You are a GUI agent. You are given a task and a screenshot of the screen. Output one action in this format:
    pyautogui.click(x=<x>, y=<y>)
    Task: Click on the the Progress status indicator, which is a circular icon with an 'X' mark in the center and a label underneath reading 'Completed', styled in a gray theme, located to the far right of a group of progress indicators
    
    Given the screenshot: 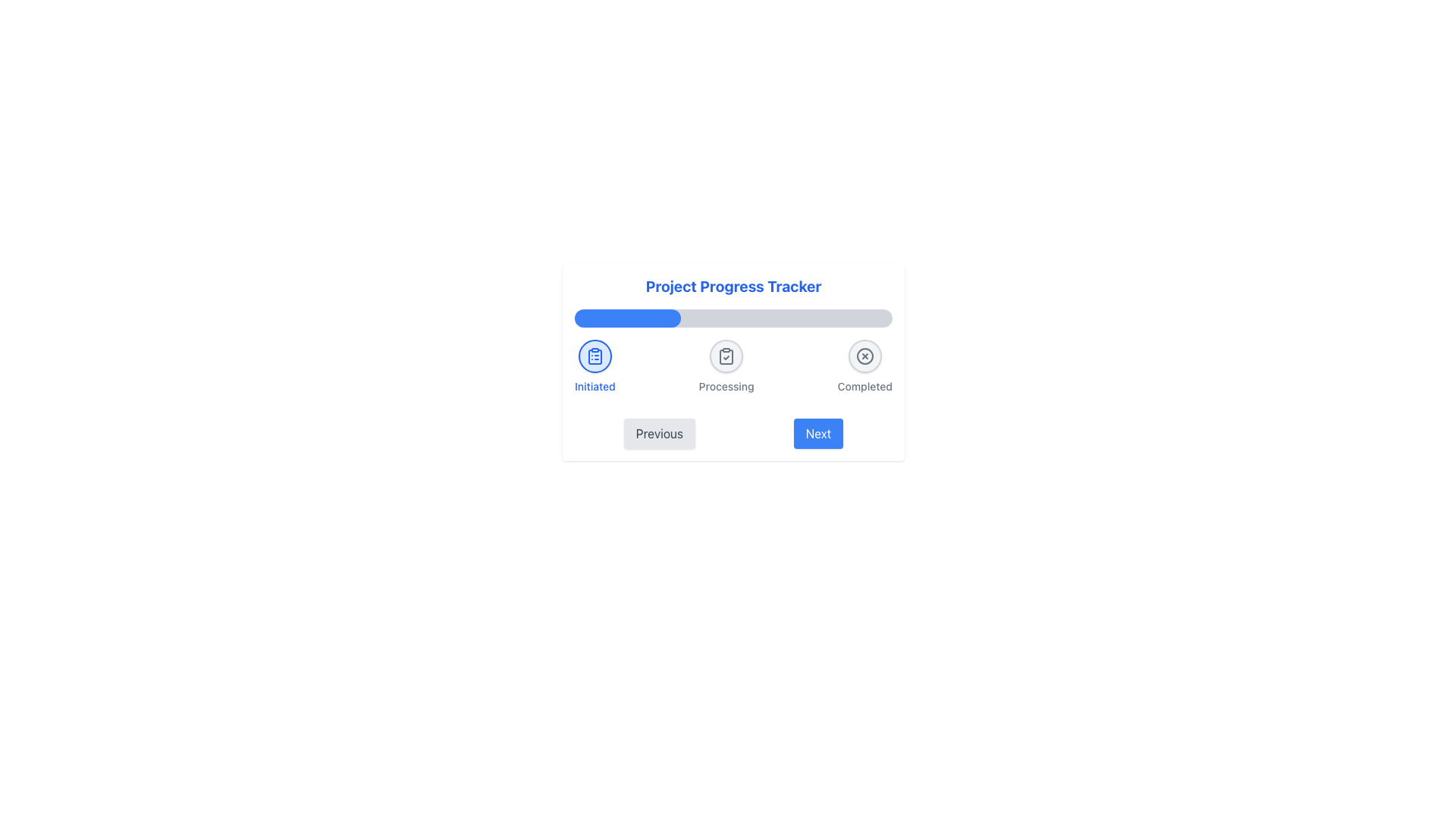 What is the action you would take?
    pyautogui.click(x=864, y=366)
    